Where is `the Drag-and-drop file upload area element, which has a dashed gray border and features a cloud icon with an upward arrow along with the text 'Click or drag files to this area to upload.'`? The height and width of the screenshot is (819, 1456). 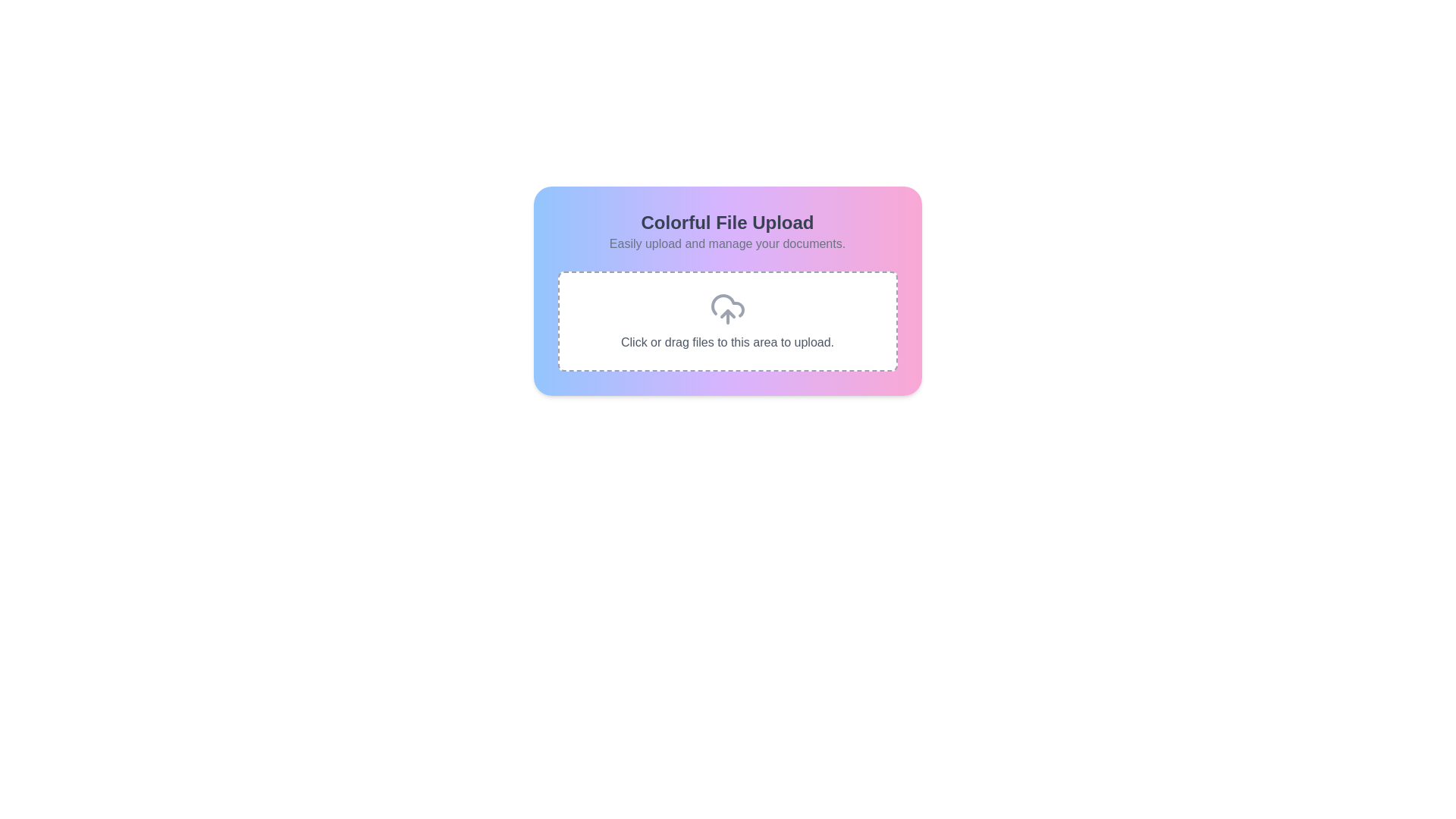 the Drag-and-drop file upload area element, which has a dashed gray border and features a cloud icon with an upward arrow along with the text 'Click or drag files to this area to upload.' is located at coordinates (726, 321).